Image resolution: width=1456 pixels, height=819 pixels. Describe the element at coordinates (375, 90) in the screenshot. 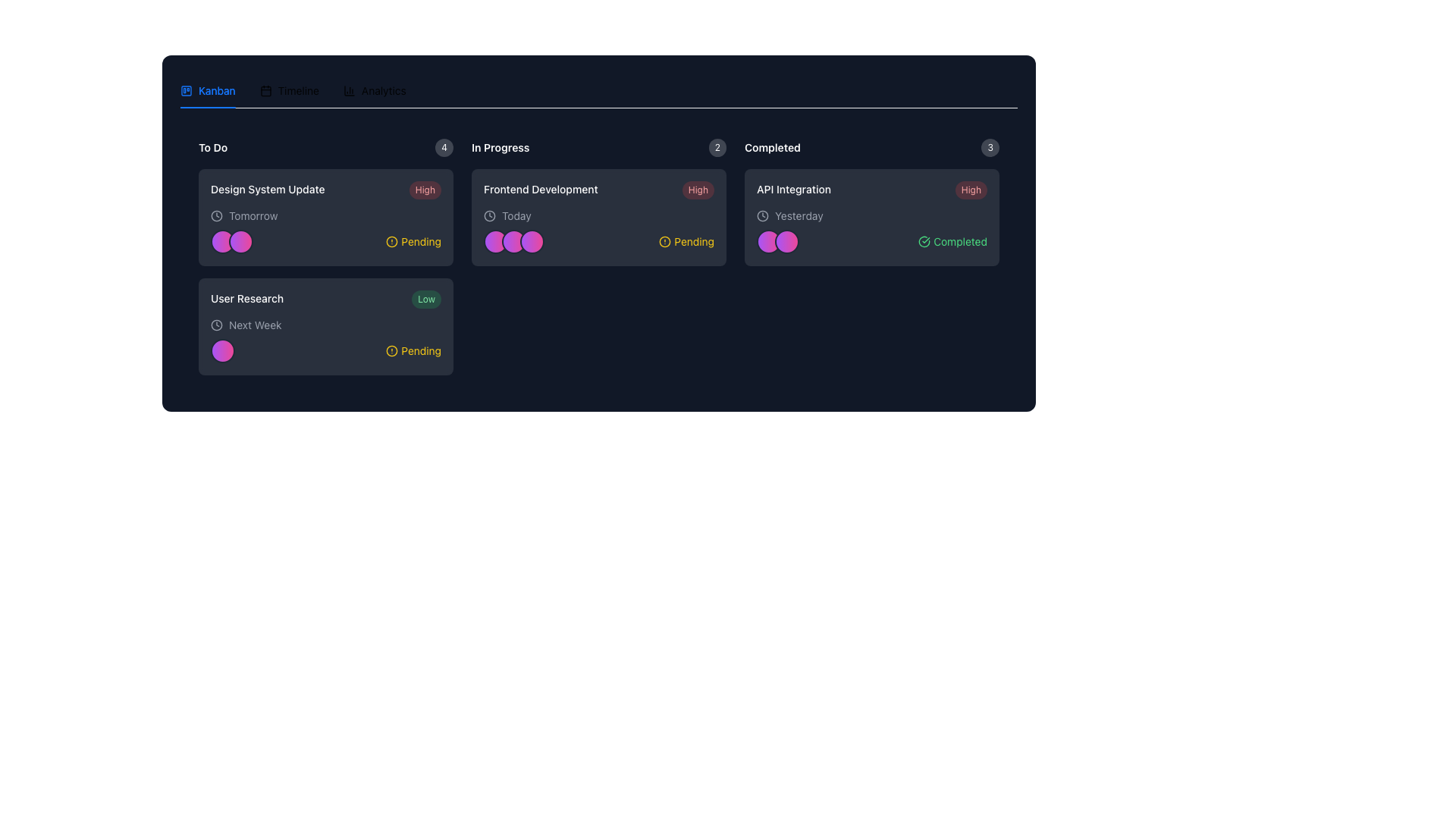

I see `the third tab in the navigation bar` at that location.